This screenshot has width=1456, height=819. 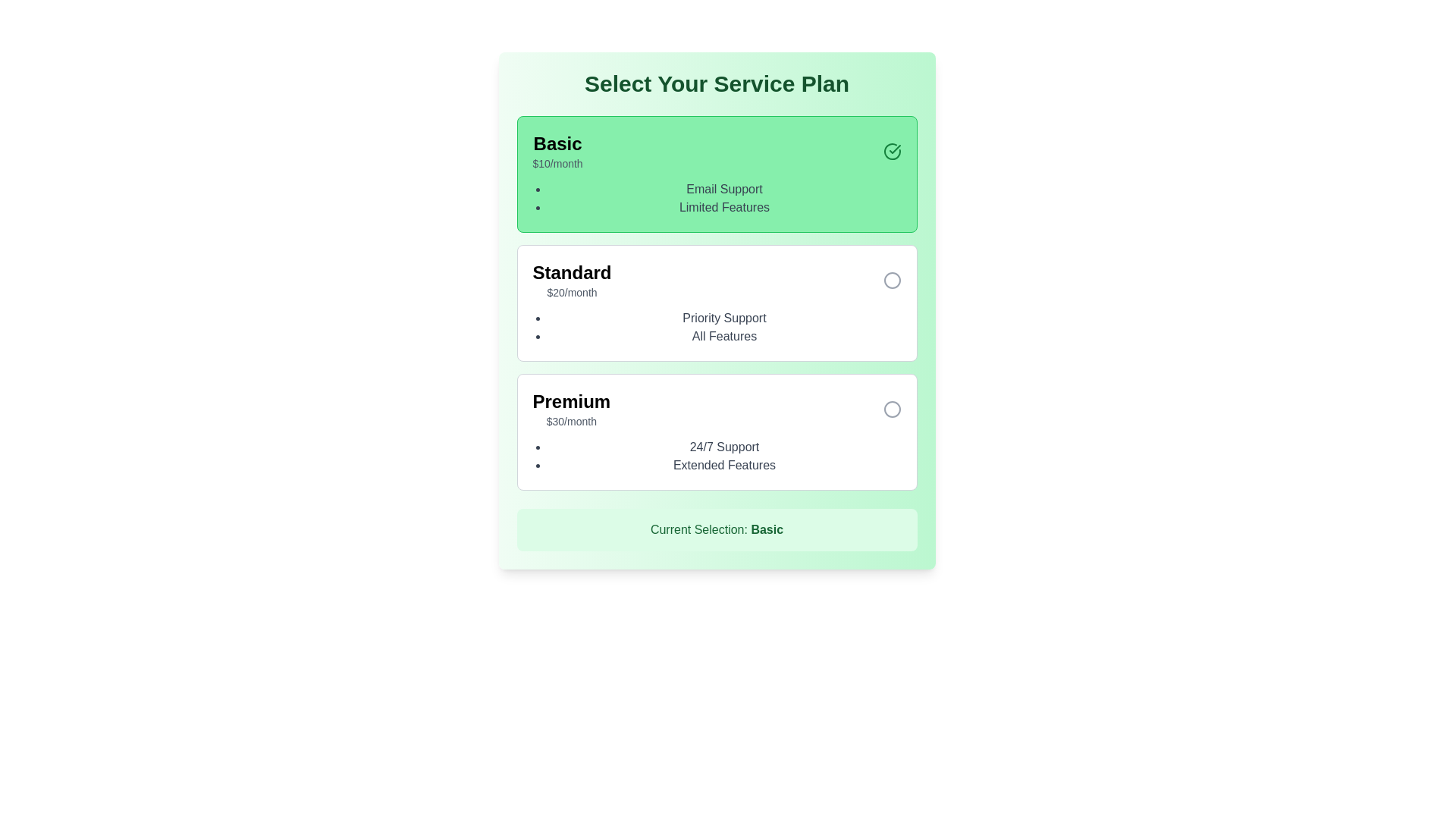 What do you see at coordinates (723, 318) in the screenshot?
I see `the Text label that conveys information about the 'Priority Support' feature of the 'Standard' service plan, located in the second column as the first item in a bulleted list` at bounding box center [723, 318].